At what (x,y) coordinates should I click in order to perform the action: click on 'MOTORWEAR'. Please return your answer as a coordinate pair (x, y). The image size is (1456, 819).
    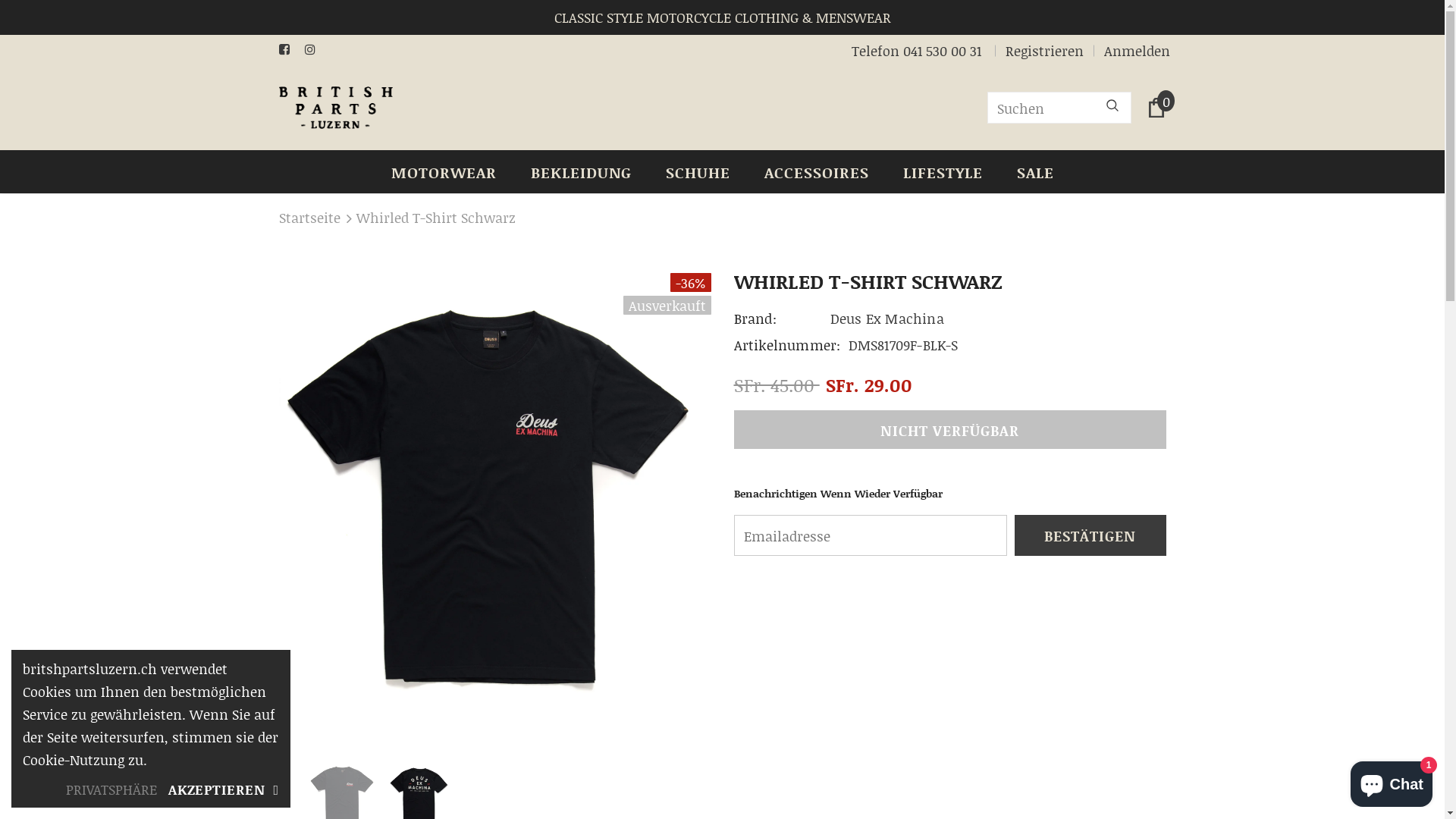
    Looking at the image, I should click on (443, 171).